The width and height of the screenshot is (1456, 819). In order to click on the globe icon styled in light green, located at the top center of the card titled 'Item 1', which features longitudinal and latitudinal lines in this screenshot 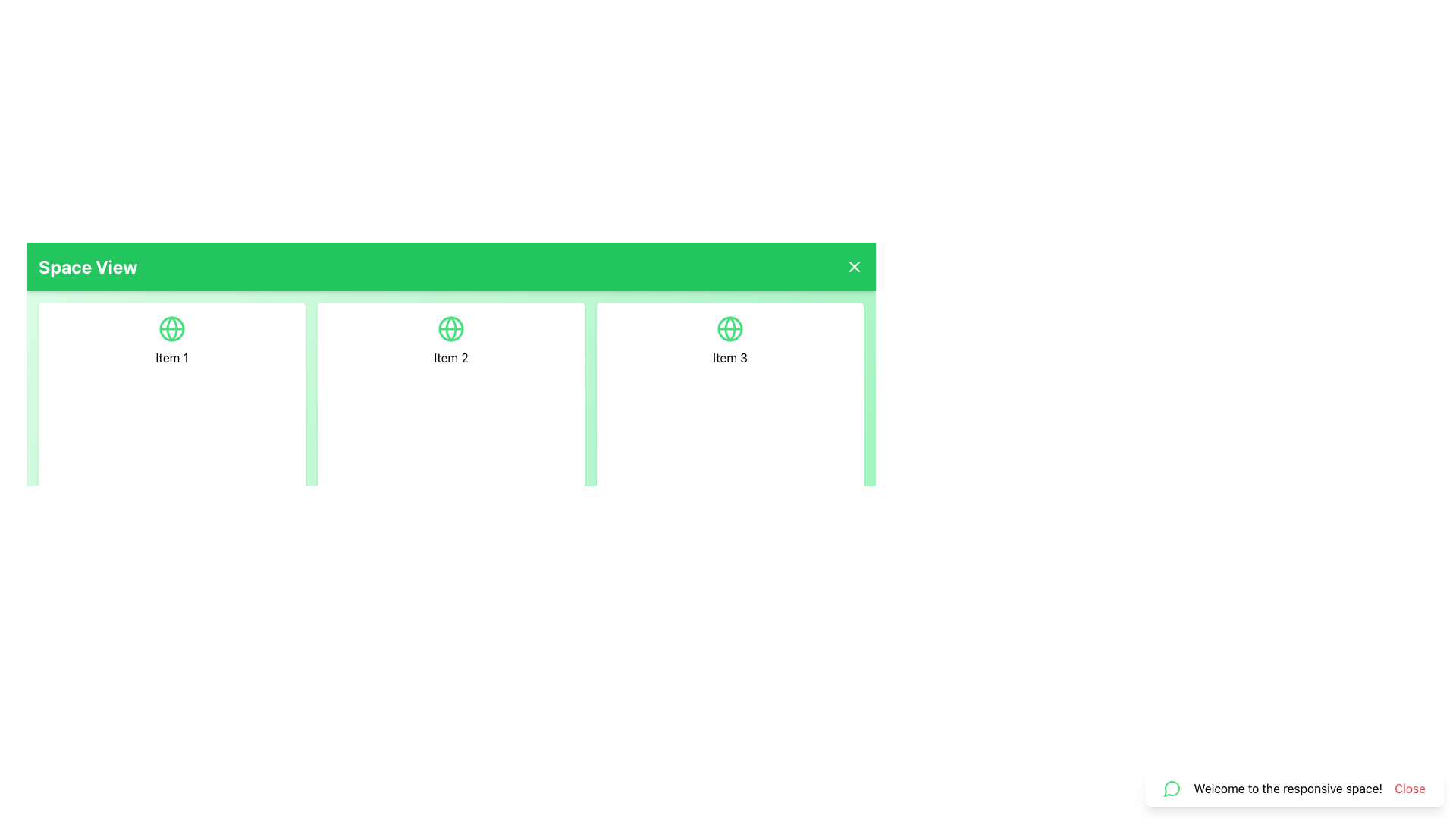, I will do `click(171, 328)`.